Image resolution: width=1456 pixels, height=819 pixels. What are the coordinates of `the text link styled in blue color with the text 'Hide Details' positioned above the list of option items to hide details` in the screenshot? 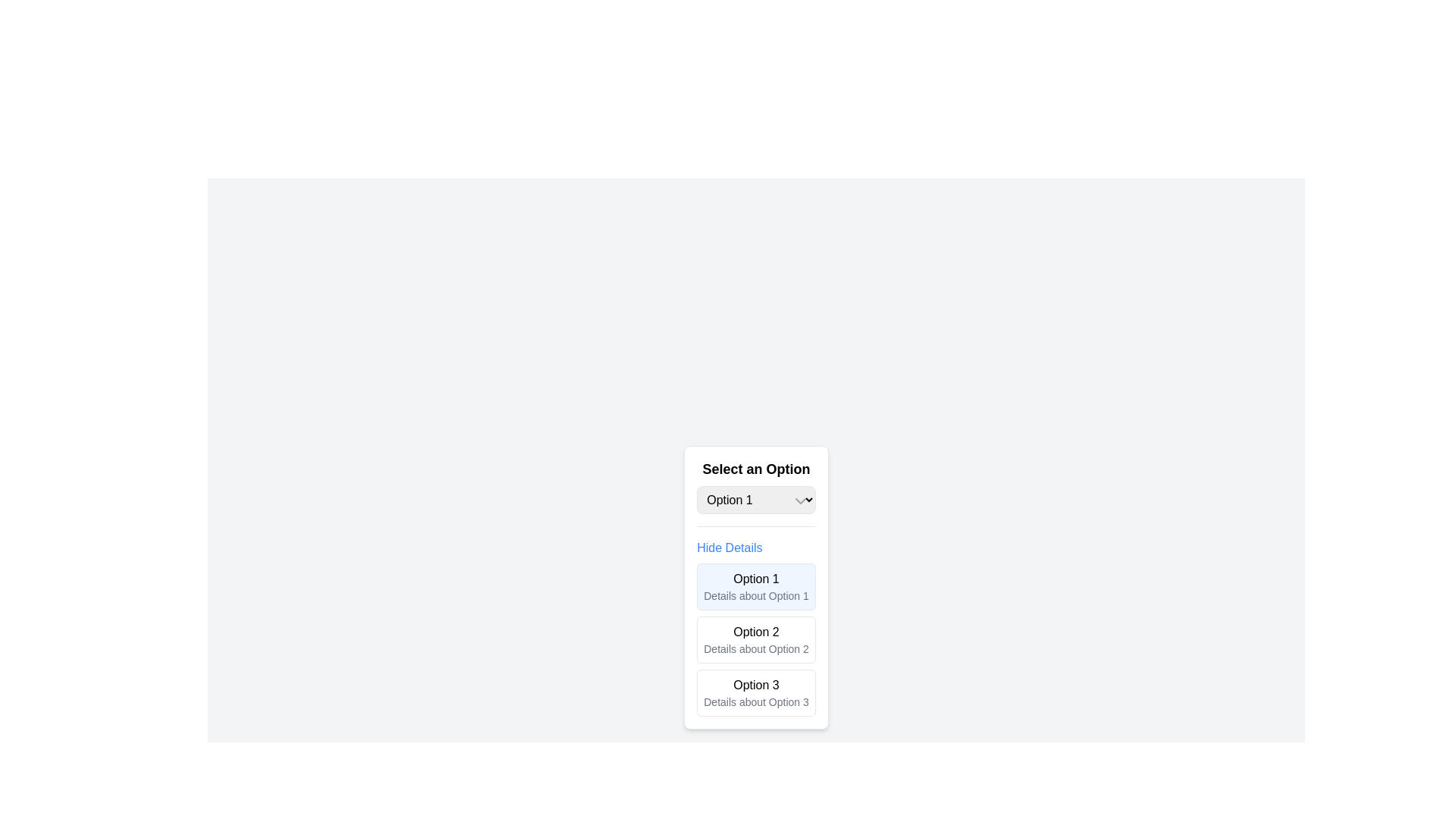 It's located at (729, 548).